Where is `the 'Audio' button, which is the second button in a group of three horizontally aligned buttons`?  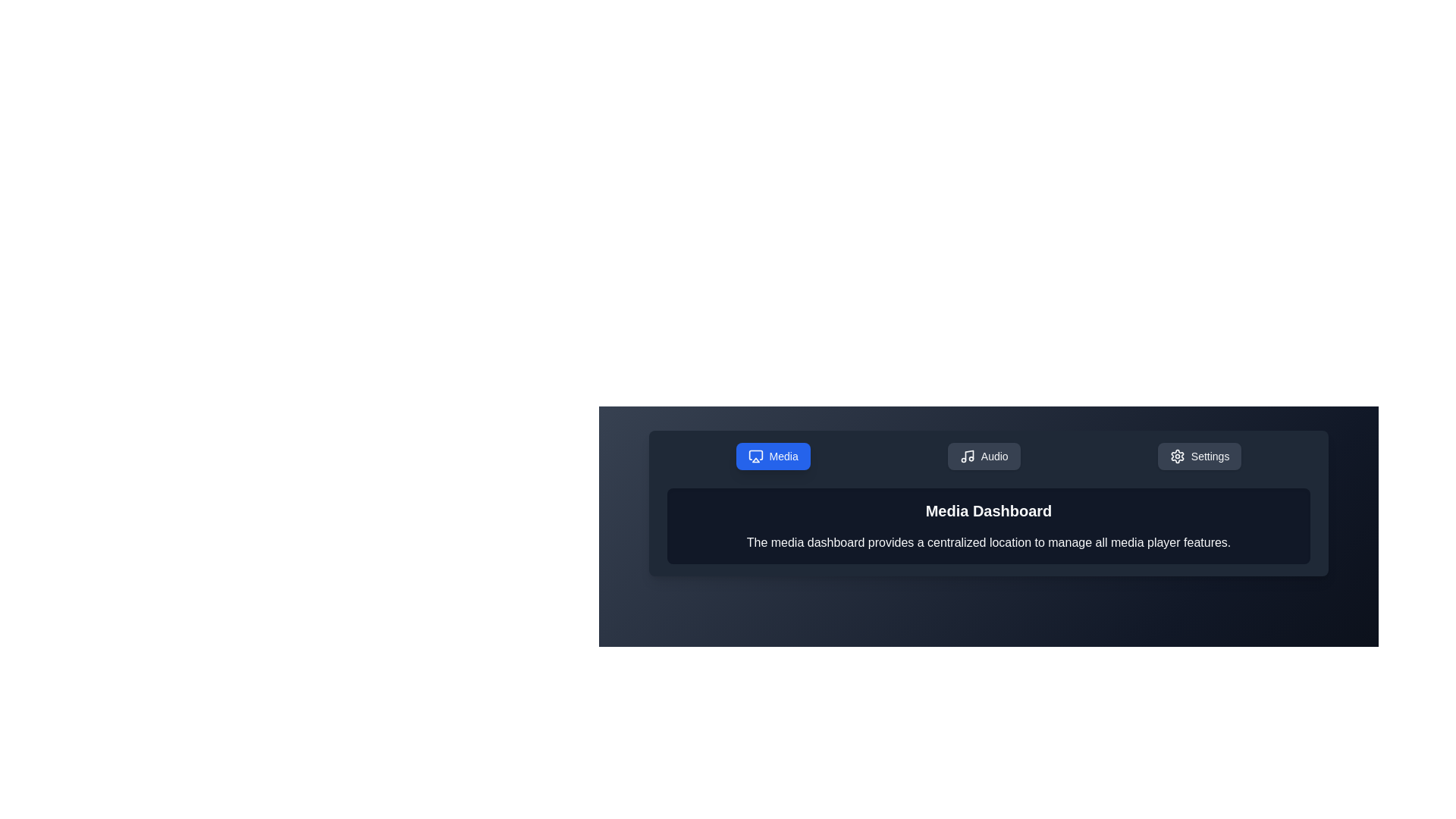
the 'Audio' button, which is the second button in a group of three horizontally aligned buttons is located at coordinates (984, 455).